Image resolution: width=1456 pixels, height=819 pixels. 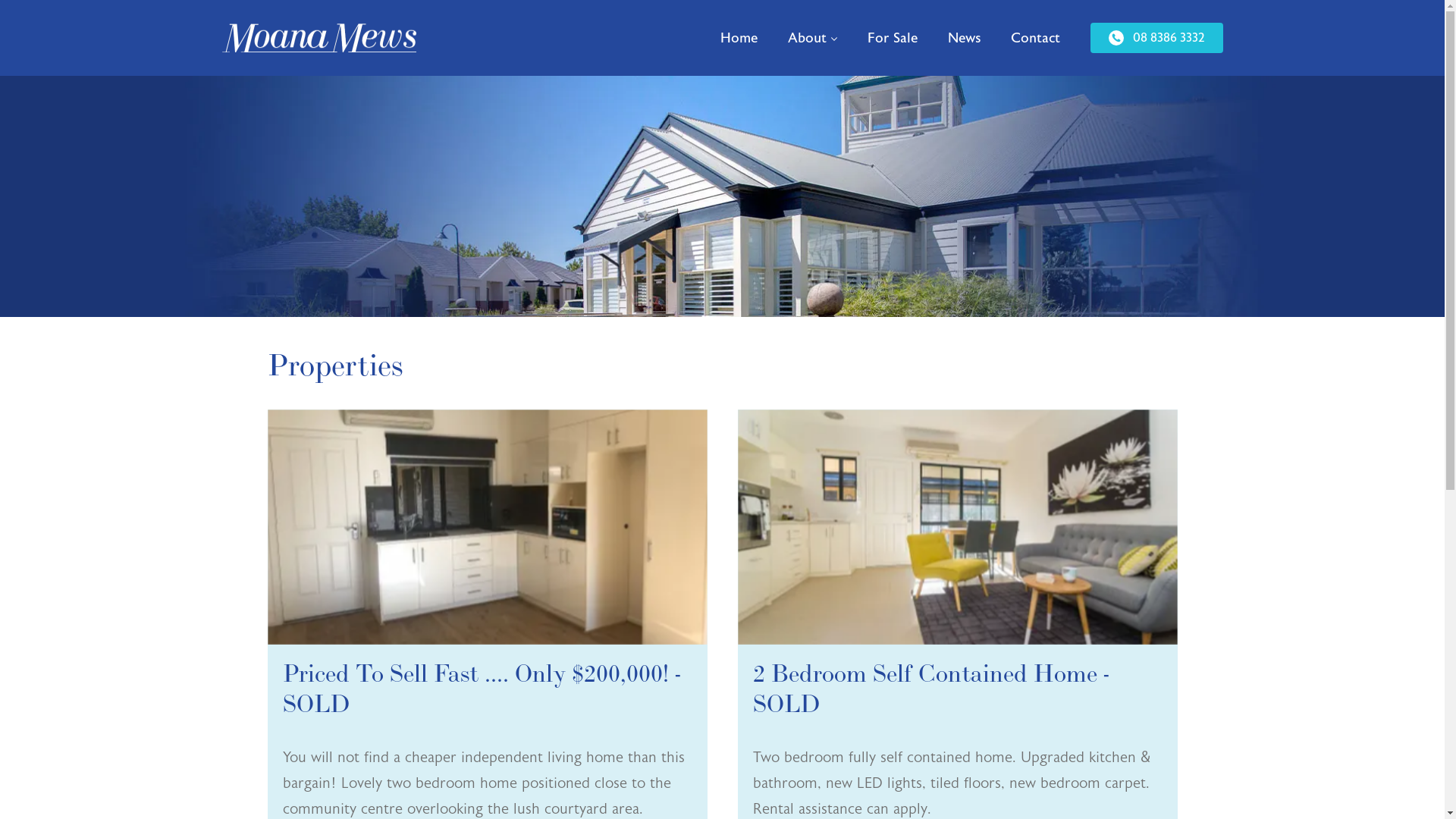 I want to click on 'About', so click(x=771, y=37).